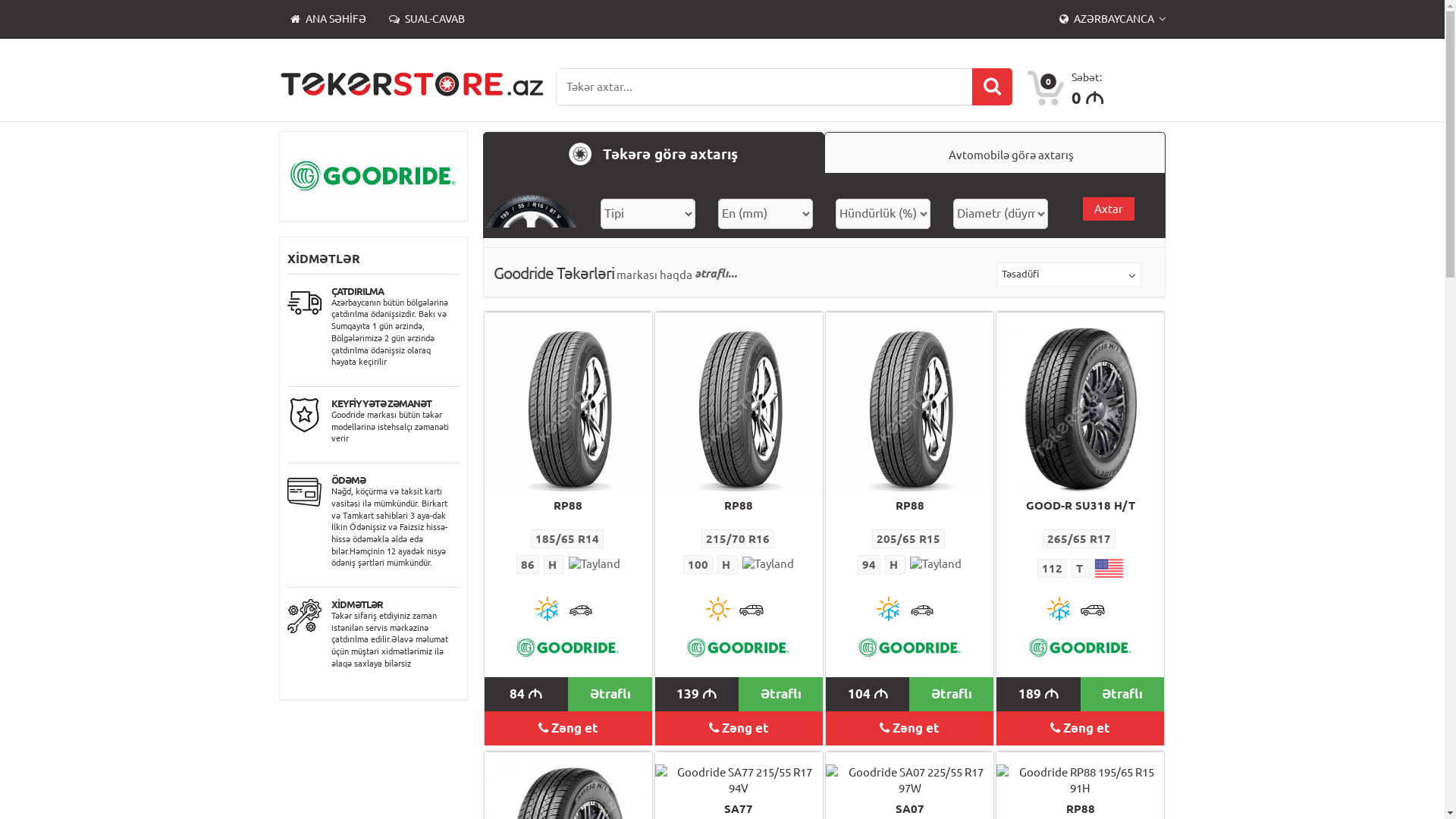  What do you see at coordinates (996, 407) in the screenshot?
I see `'Goodride SU318 H/T 265/65 R17 112T'` at bounding box center [996, 407].